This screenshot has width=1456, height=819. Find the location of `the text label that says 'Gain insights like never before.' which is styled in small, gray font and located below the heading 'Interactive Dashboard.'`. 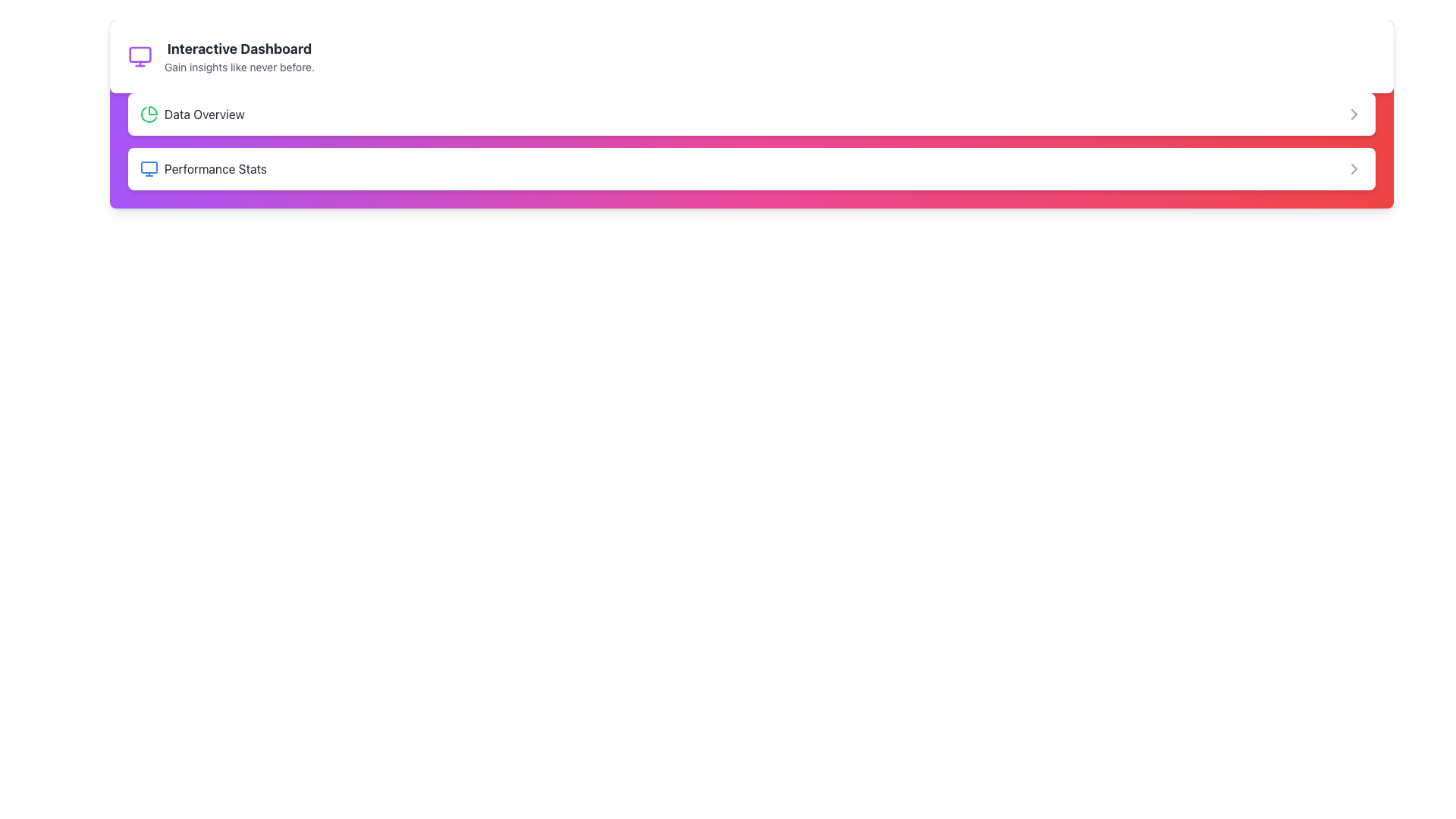

the text label that says 'Gain insights like never before.' which is styled in small, gray font and located below the heading 'Interactive Dashboard.' is located at coordinates (239, 66).